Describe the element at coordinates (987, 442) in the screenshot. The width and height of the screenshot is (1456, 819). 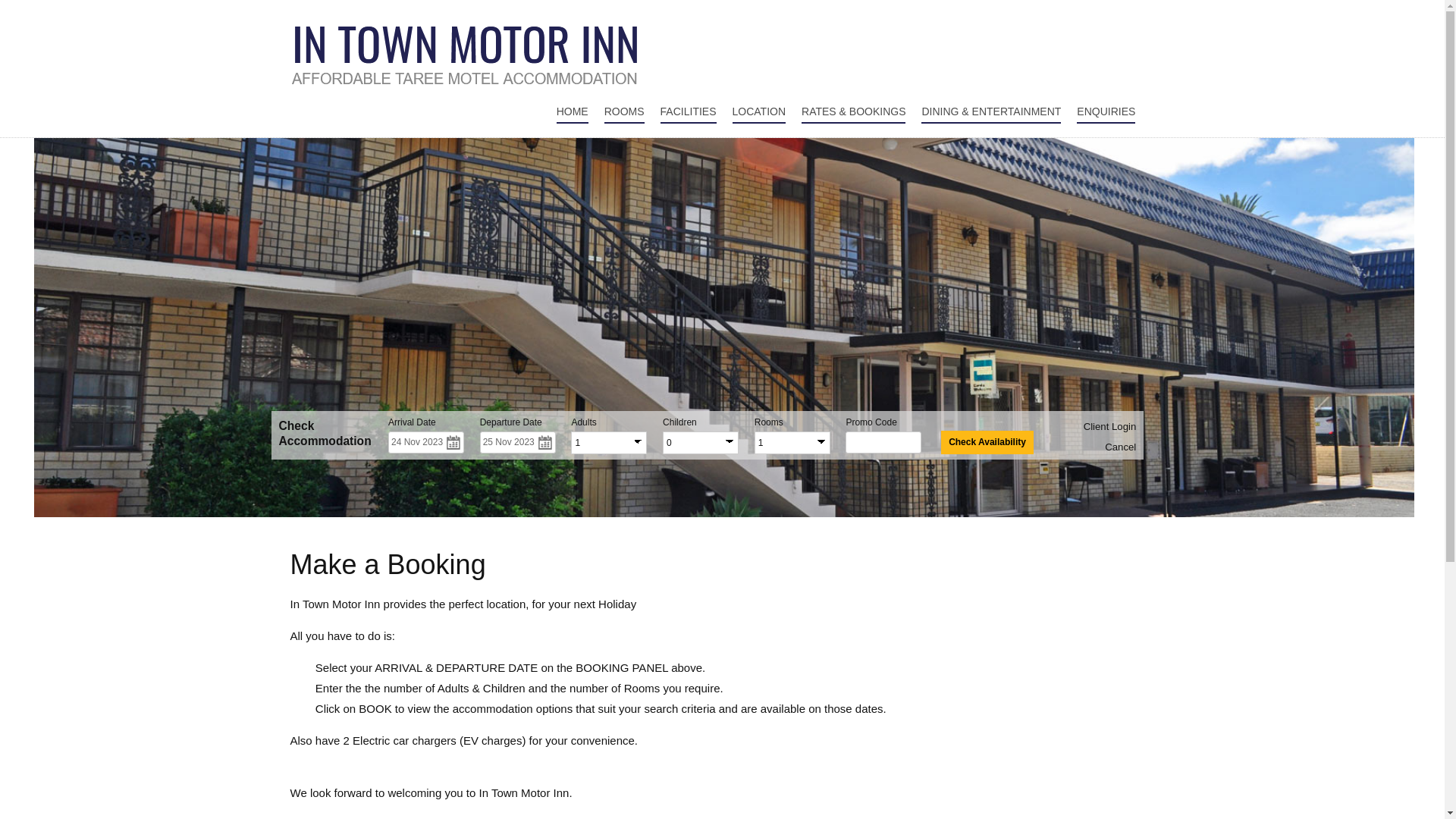
I see `'Check Availability'` at that location.